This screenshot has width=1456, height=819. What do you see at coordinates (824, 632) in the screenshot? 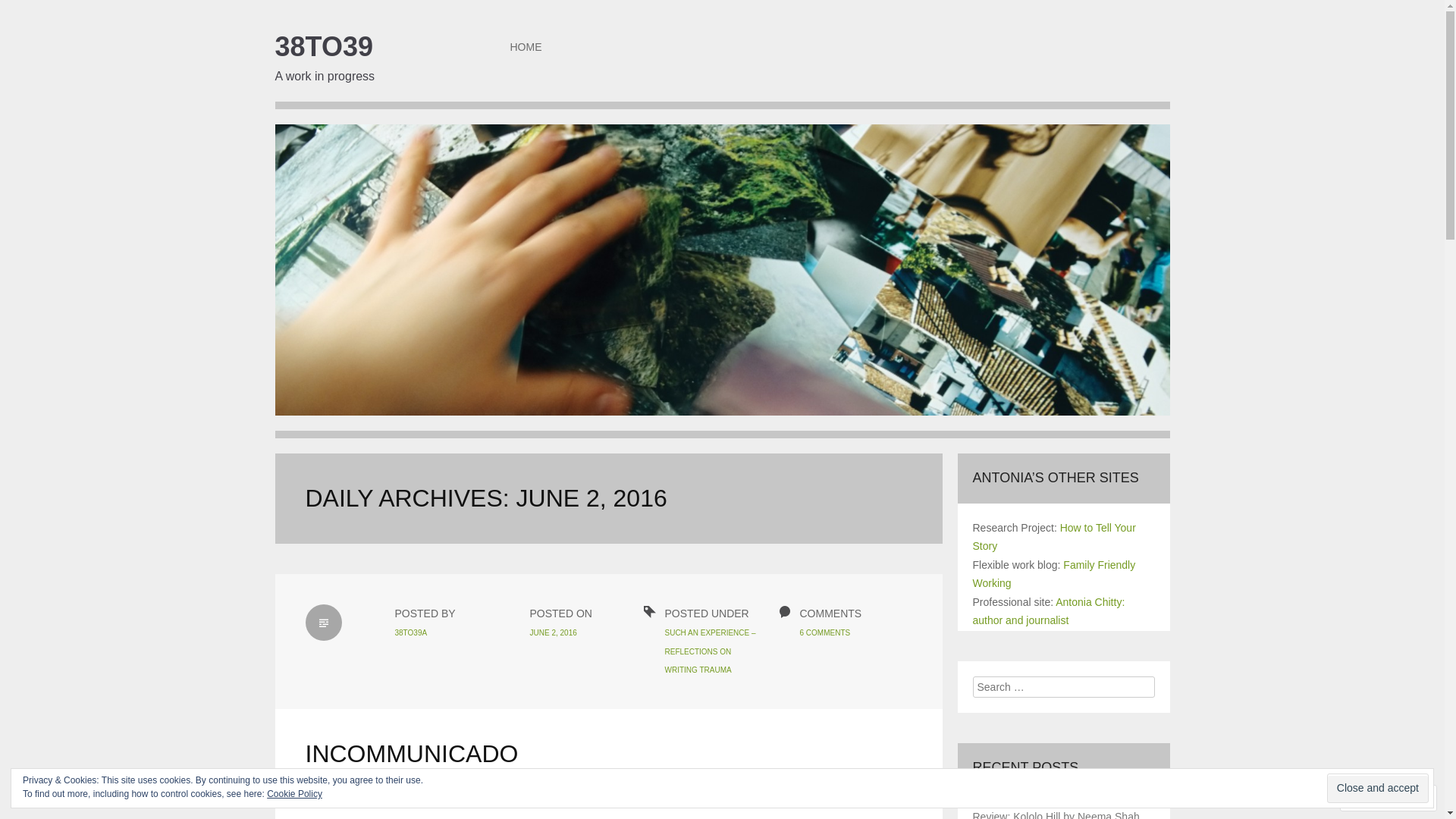
I see `'6 COMMENTS'` at bounding box center [824, 632].